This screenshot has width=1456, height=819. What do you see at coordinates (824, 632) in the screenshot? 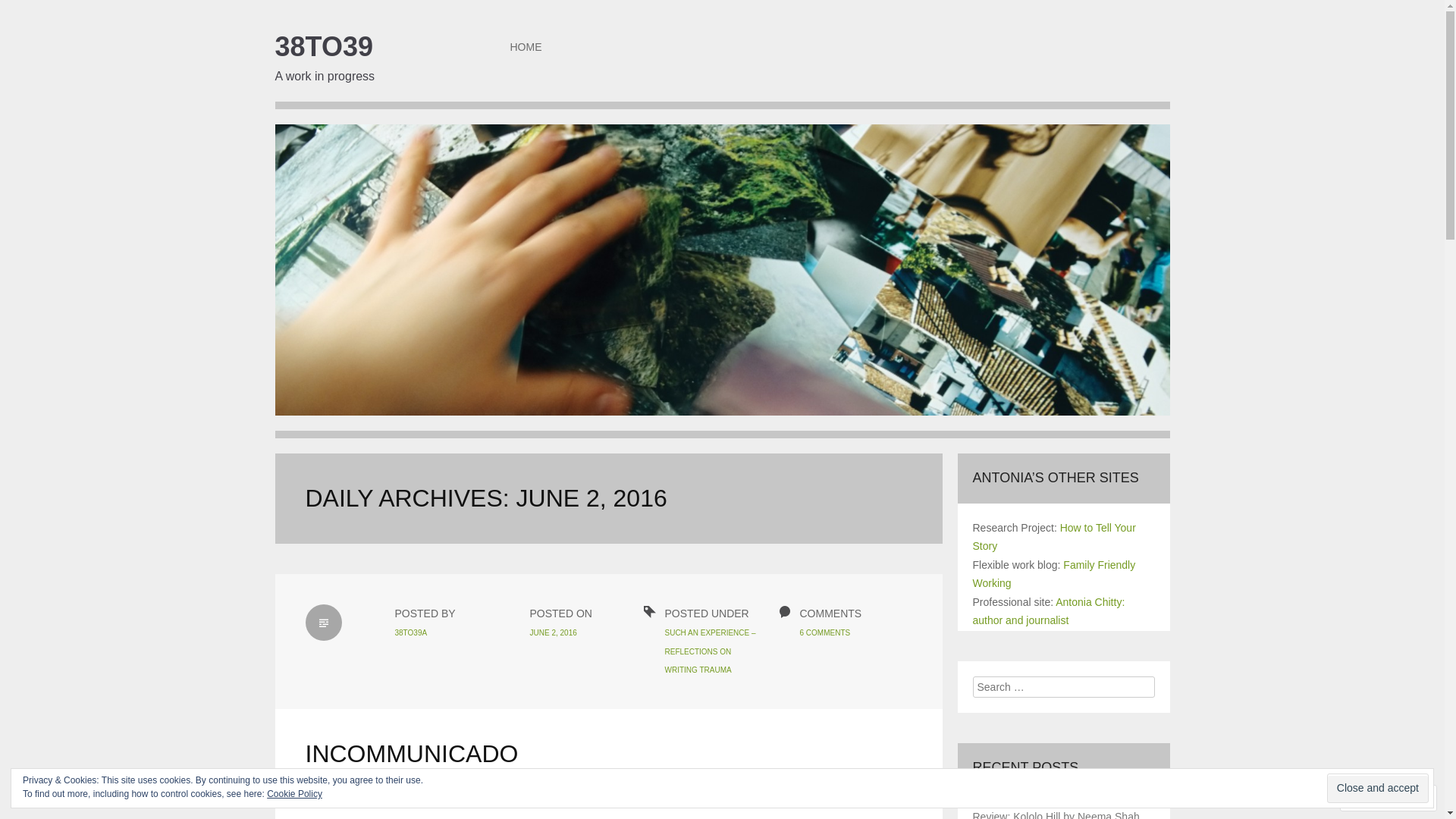
I see `'6 COMMENTS'` at bounding box center [824, 632].